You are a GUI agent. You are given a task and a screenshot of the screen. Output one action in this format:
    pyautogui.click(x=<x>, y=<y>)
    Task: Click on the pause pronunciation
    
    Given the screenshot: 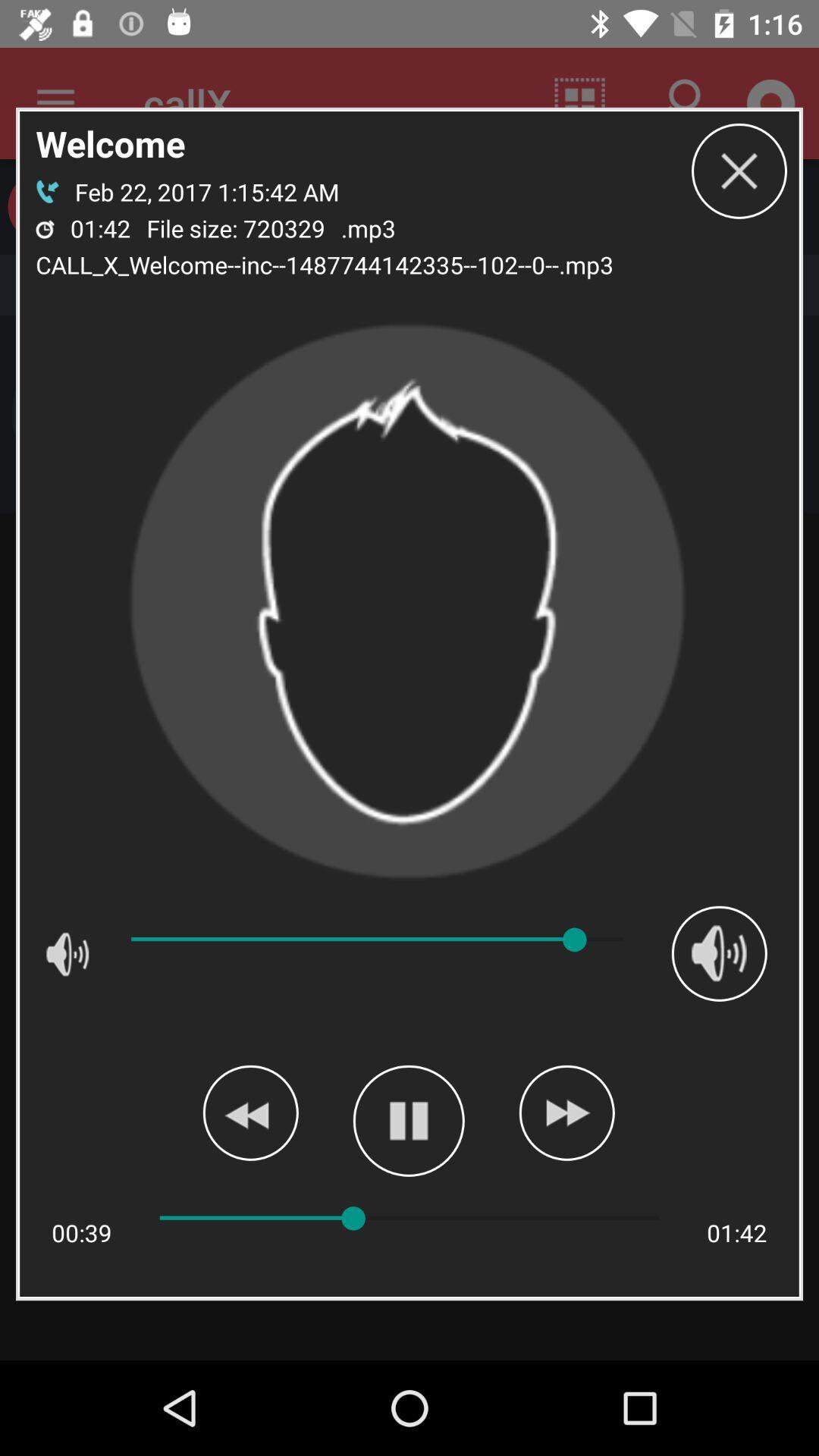 What is the action you would take?
    pyautogui.click(x=408, y=1121)
    